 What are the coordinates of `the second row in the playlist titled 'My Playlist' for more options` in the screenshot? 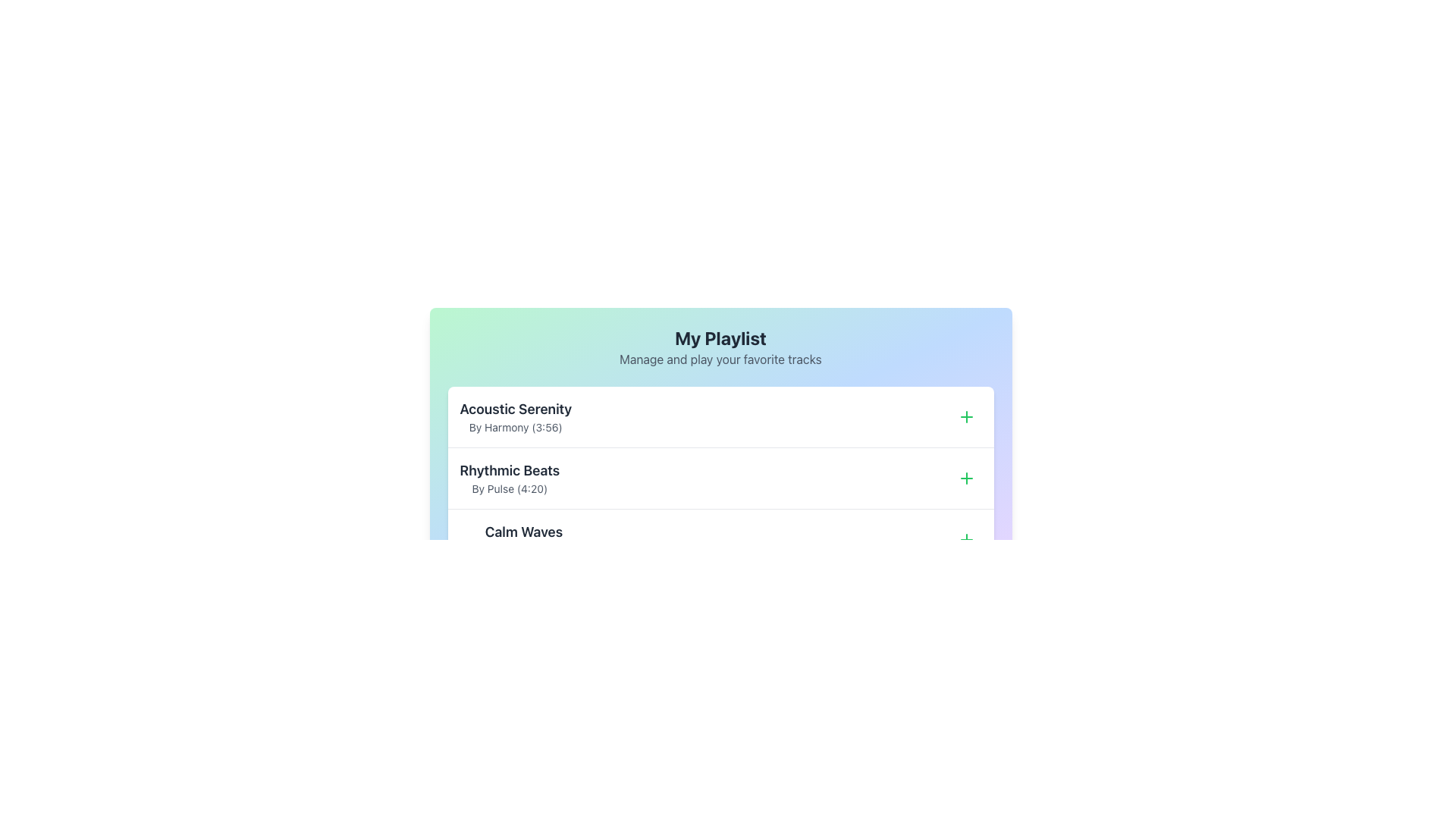 It's located at (720, 478).